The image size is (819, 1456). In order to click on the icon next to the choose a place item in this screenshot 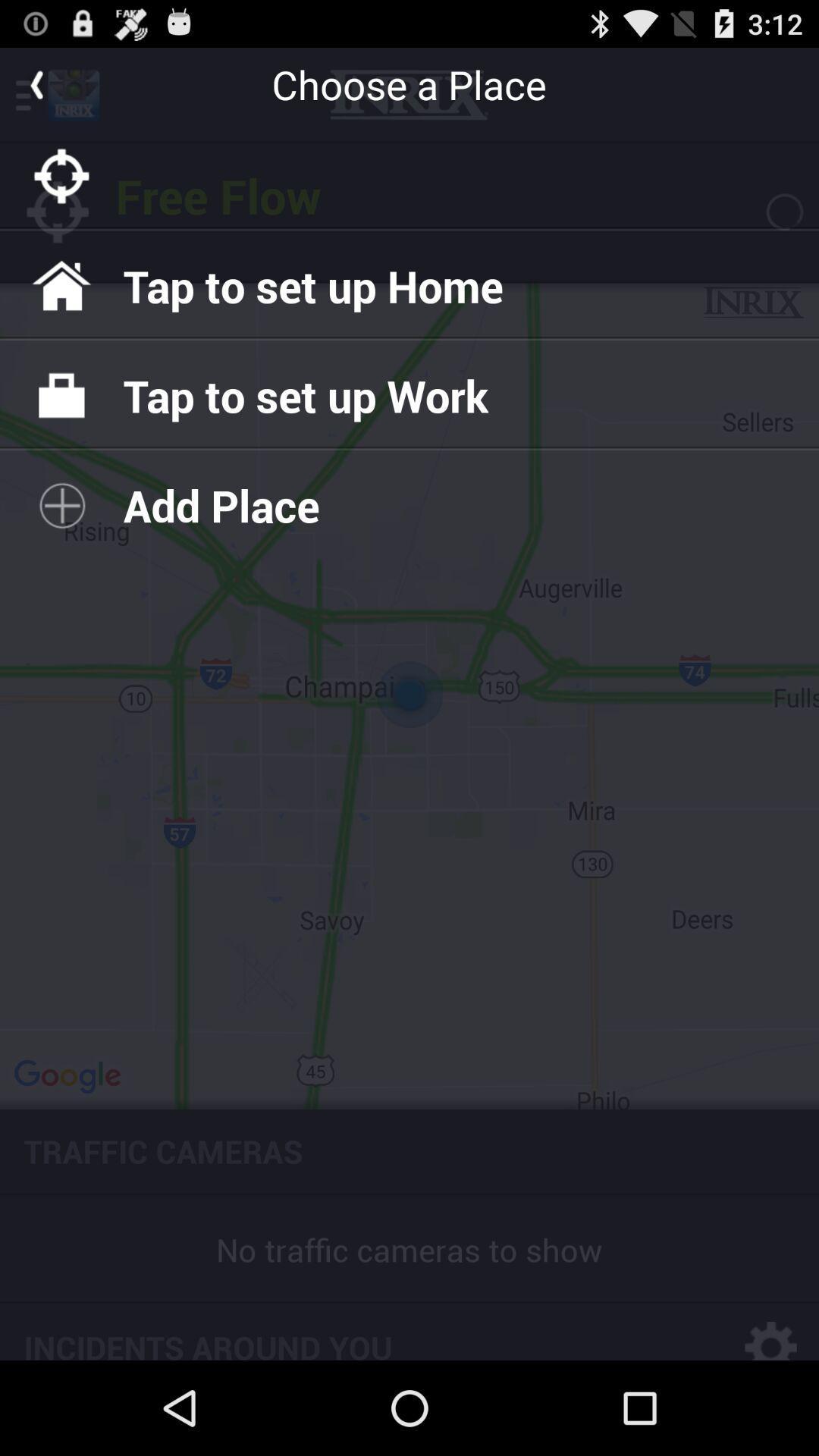, I will do `click(35, 83)`.